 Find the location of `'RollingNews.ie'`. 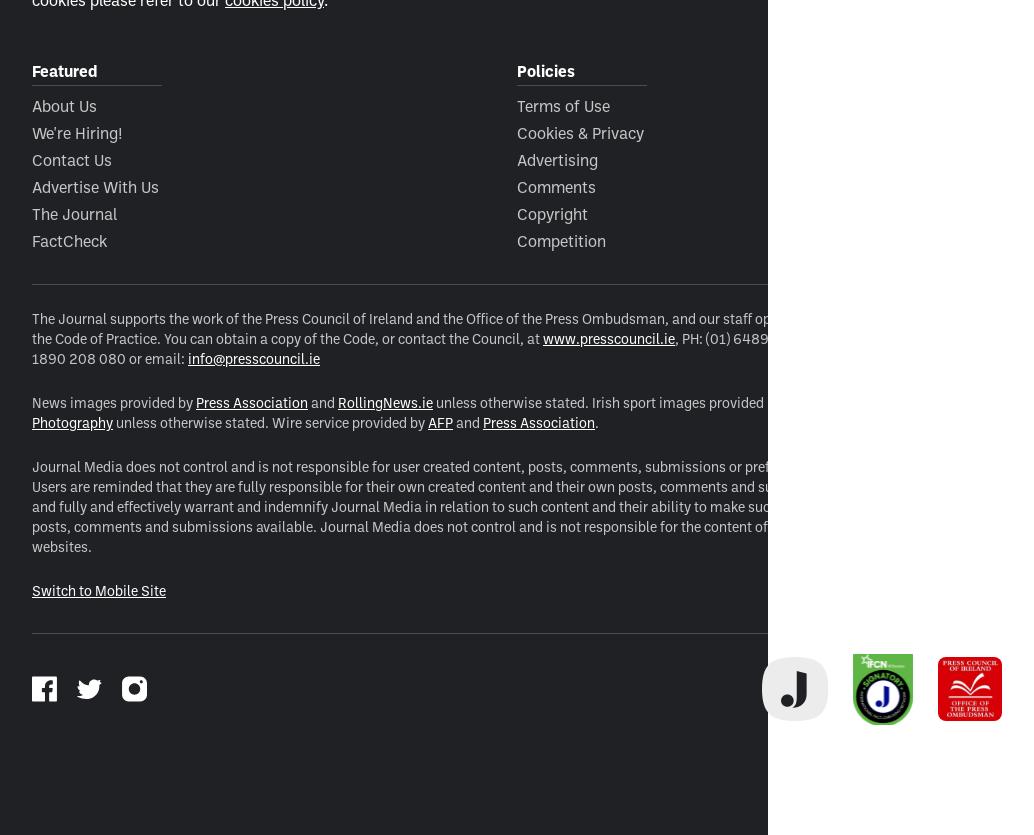

'RollingNews.ie' is located at coordinates (384, 401).